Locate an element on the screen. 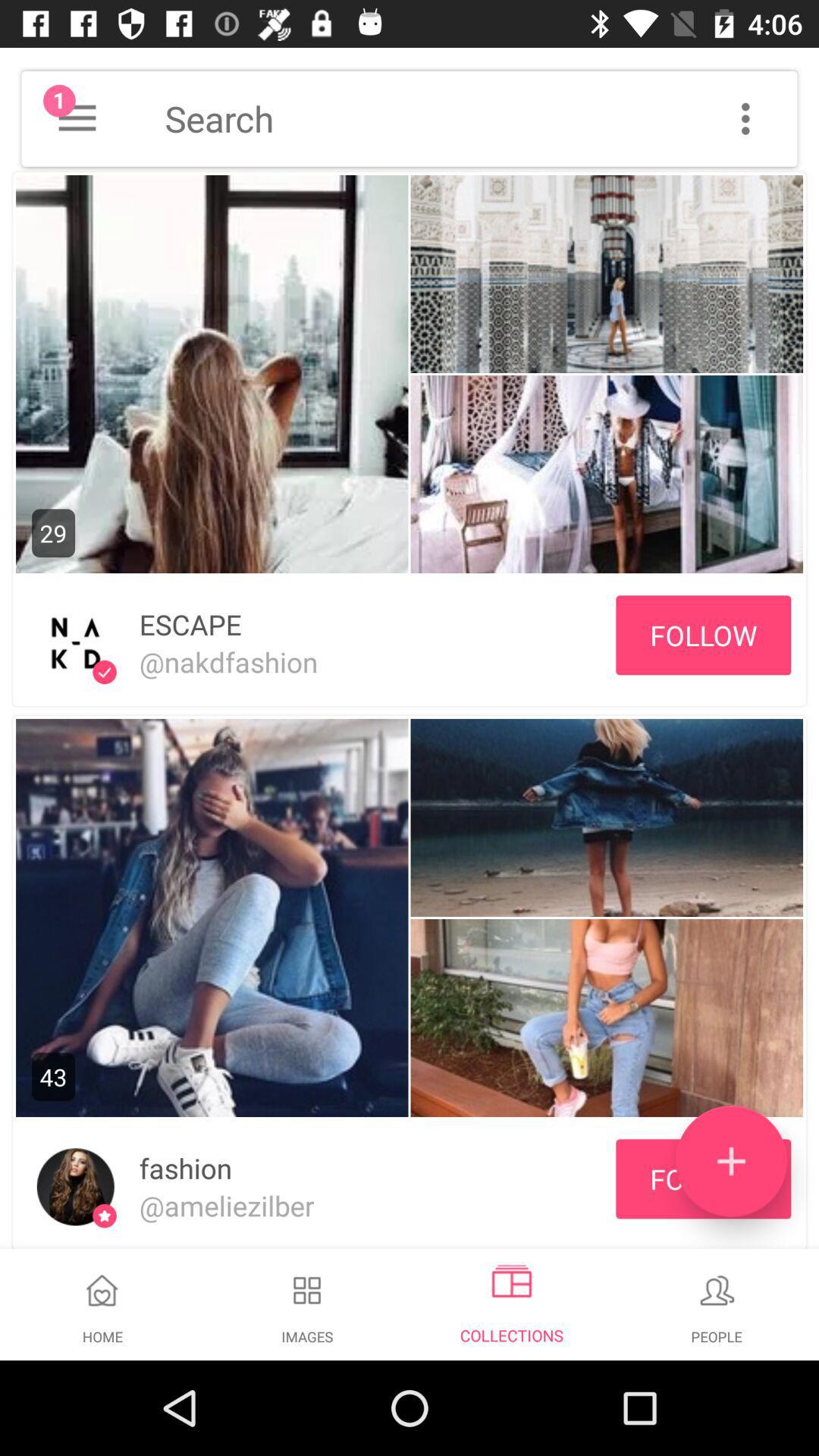 The width and height of the screenshot is (819, 1456). menu is located at coordinates (77, 118).